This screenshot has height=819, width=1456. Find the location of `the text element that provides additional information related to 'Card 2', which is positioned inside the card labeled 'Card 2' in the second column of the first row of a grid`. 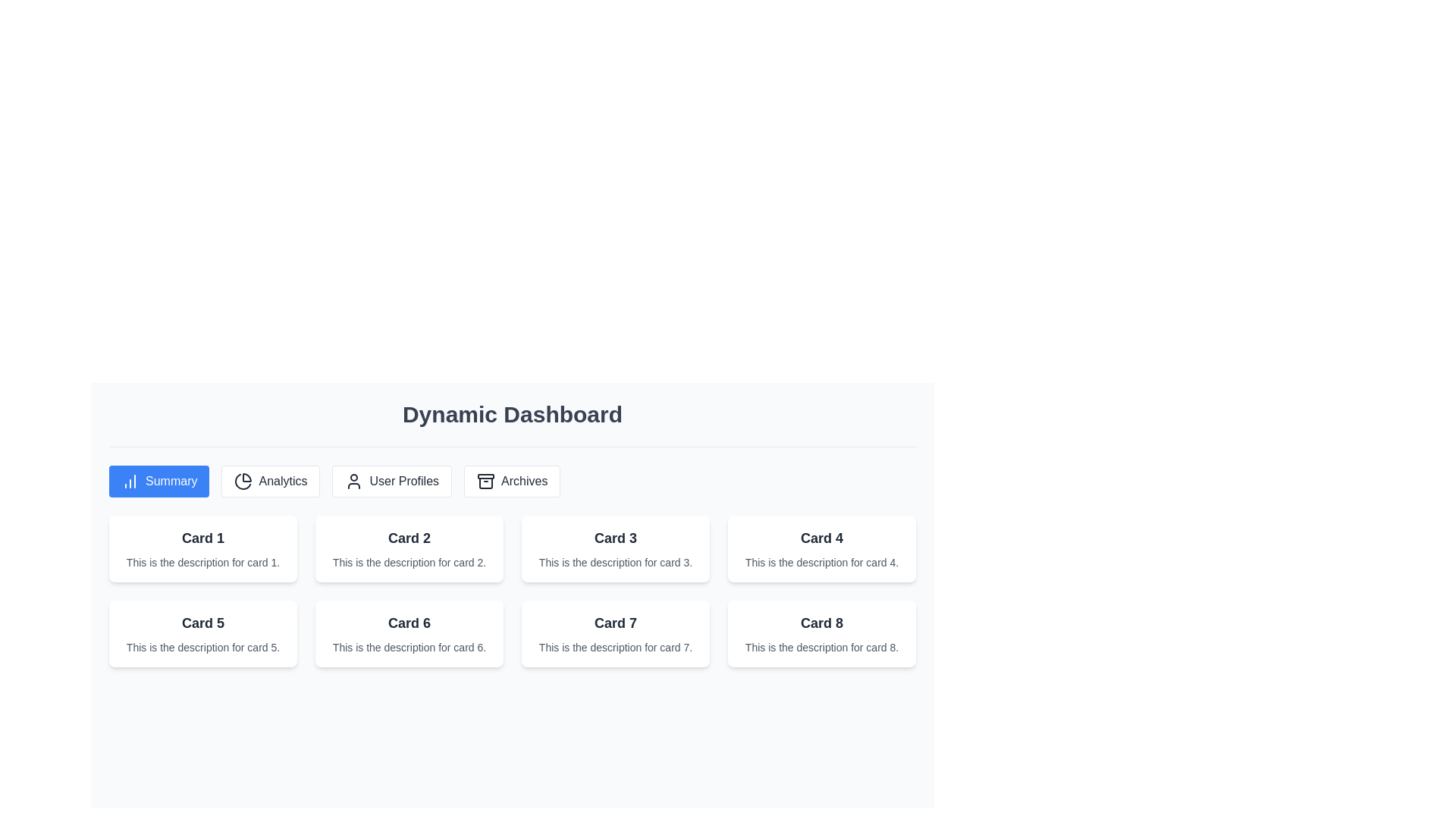

the text element that provides additional information related to 'Card 2', which is positioned inside the card labeled 'Card 2' in the second column of the first row of a grid is located at coordinates (409, 562).